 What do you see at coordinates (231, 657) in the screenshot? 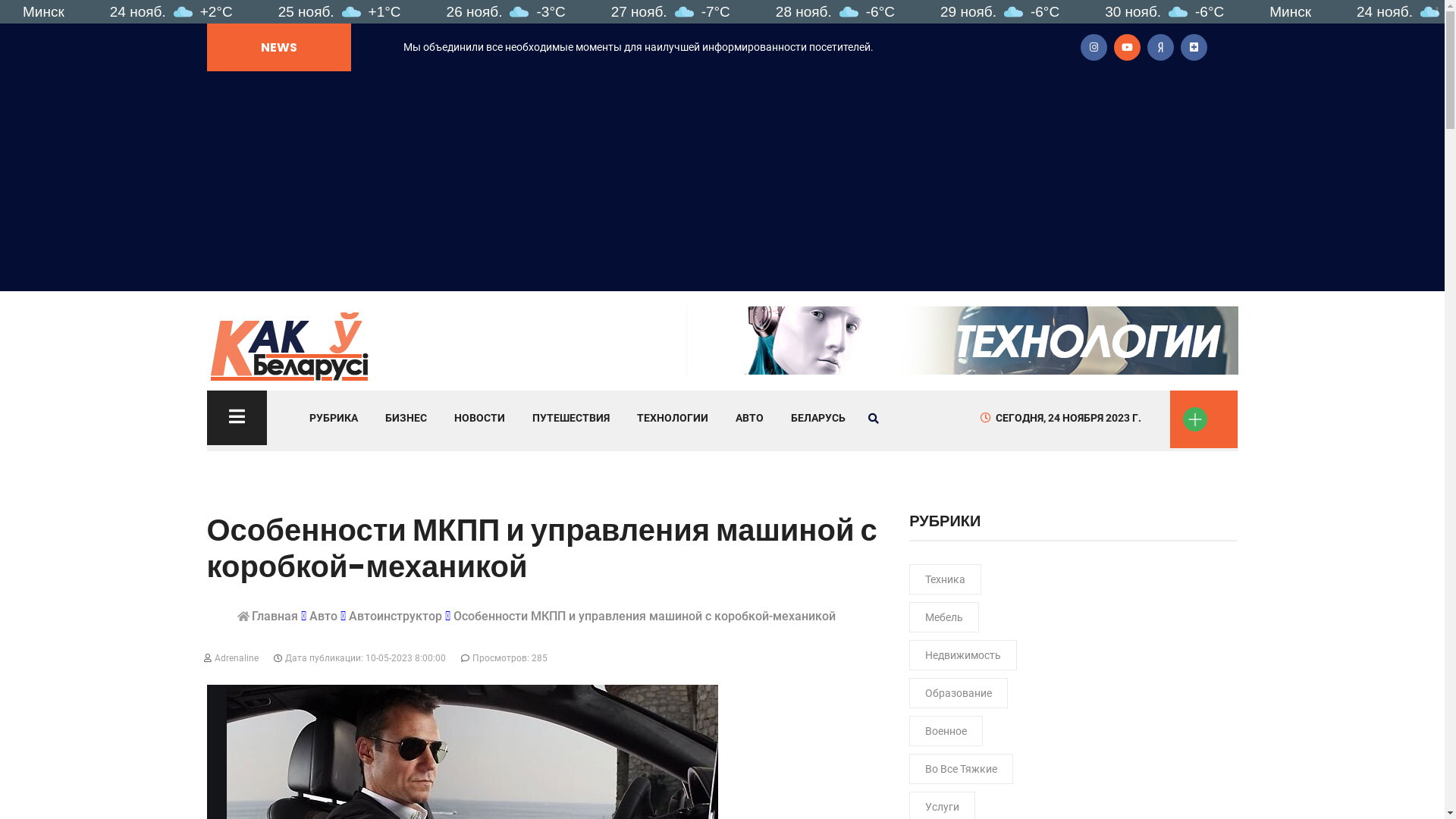
I see `'Adrenaline'` at bounding box center [231, 657].